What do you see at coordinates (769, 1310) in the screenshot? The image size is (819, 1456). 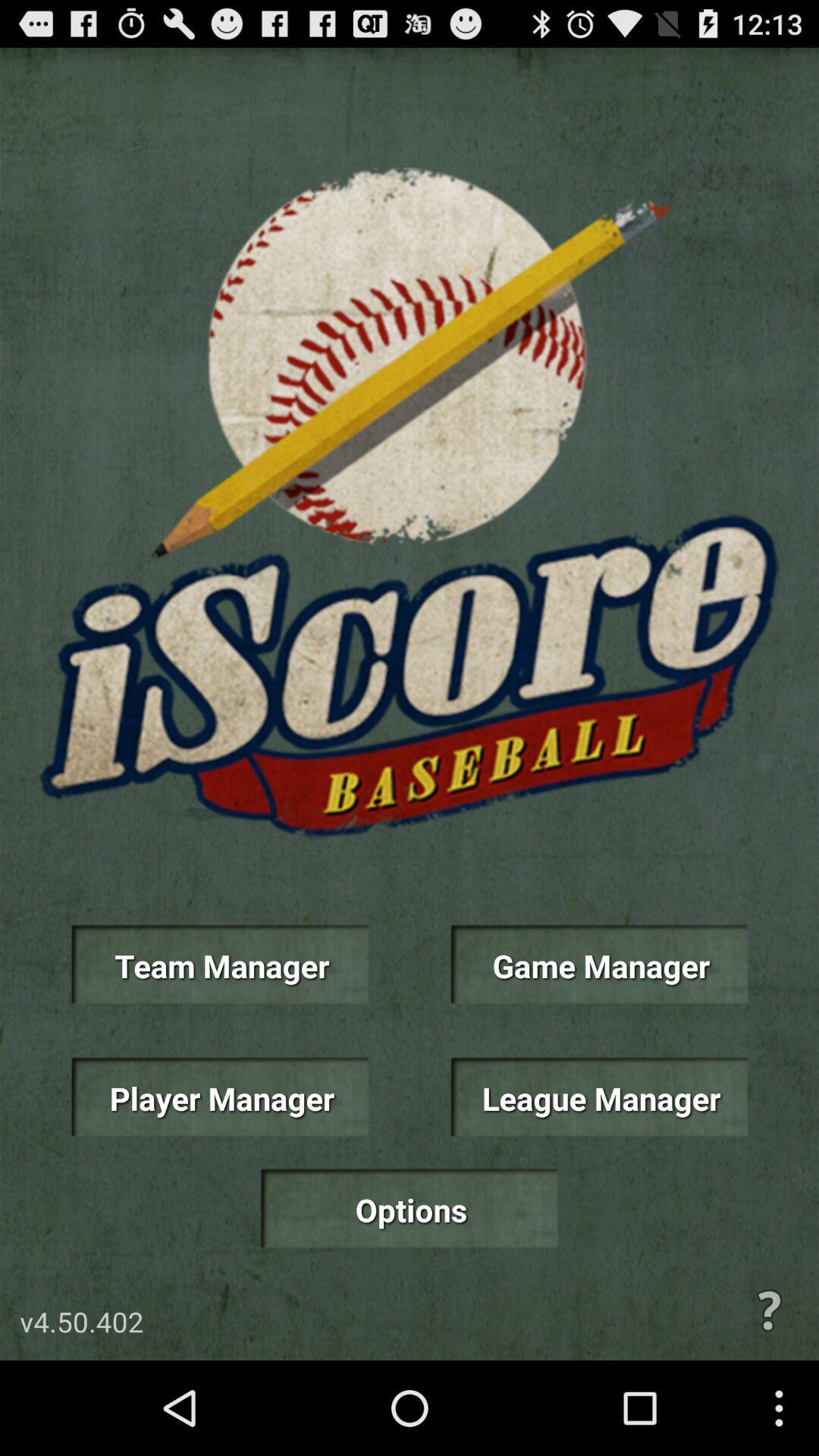 I see `help` at bounding box center [769, 1310].